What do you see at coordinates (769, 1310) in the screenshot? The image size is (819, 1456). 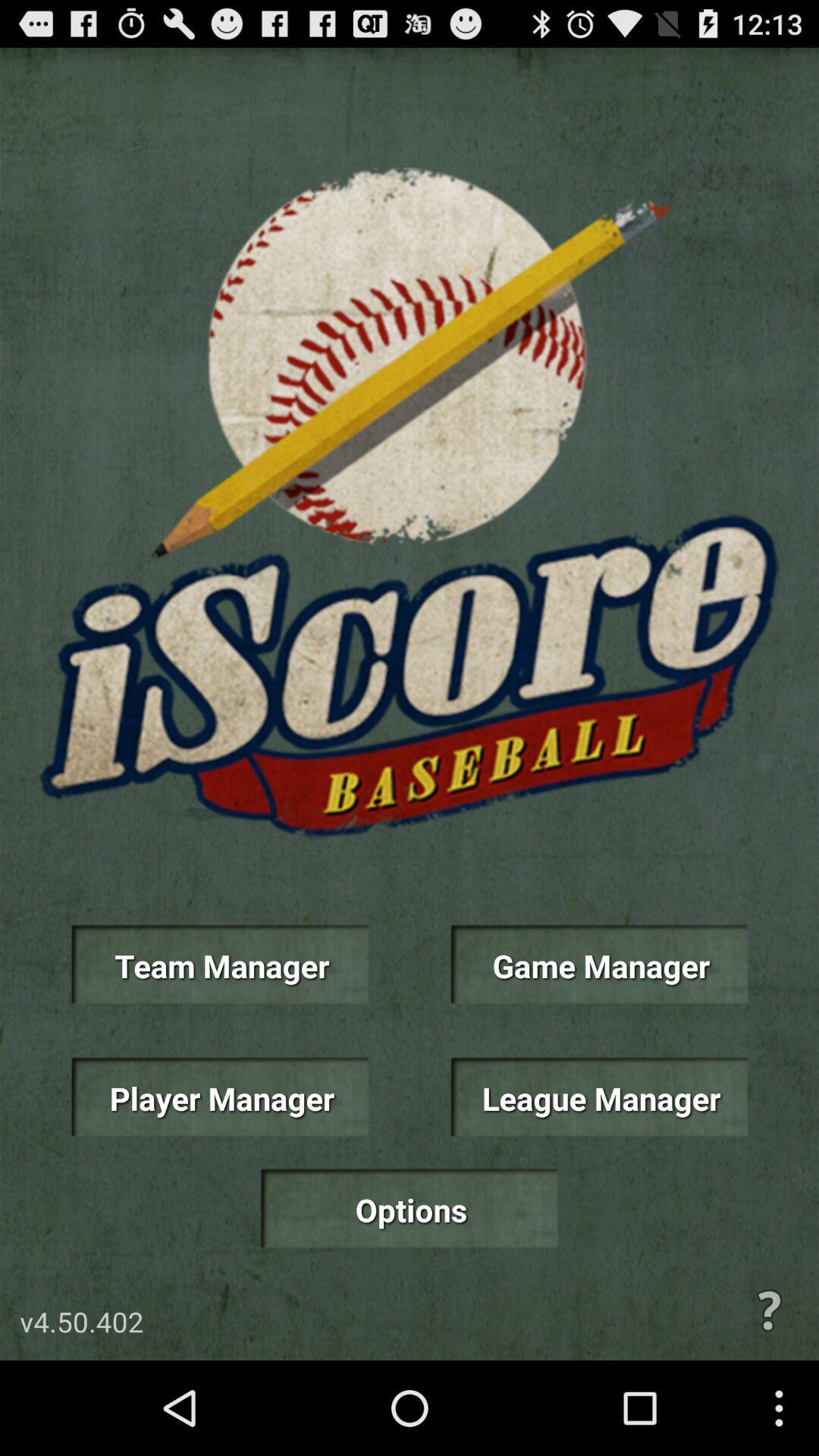 I see `help` at bounding box center [769, 1310].